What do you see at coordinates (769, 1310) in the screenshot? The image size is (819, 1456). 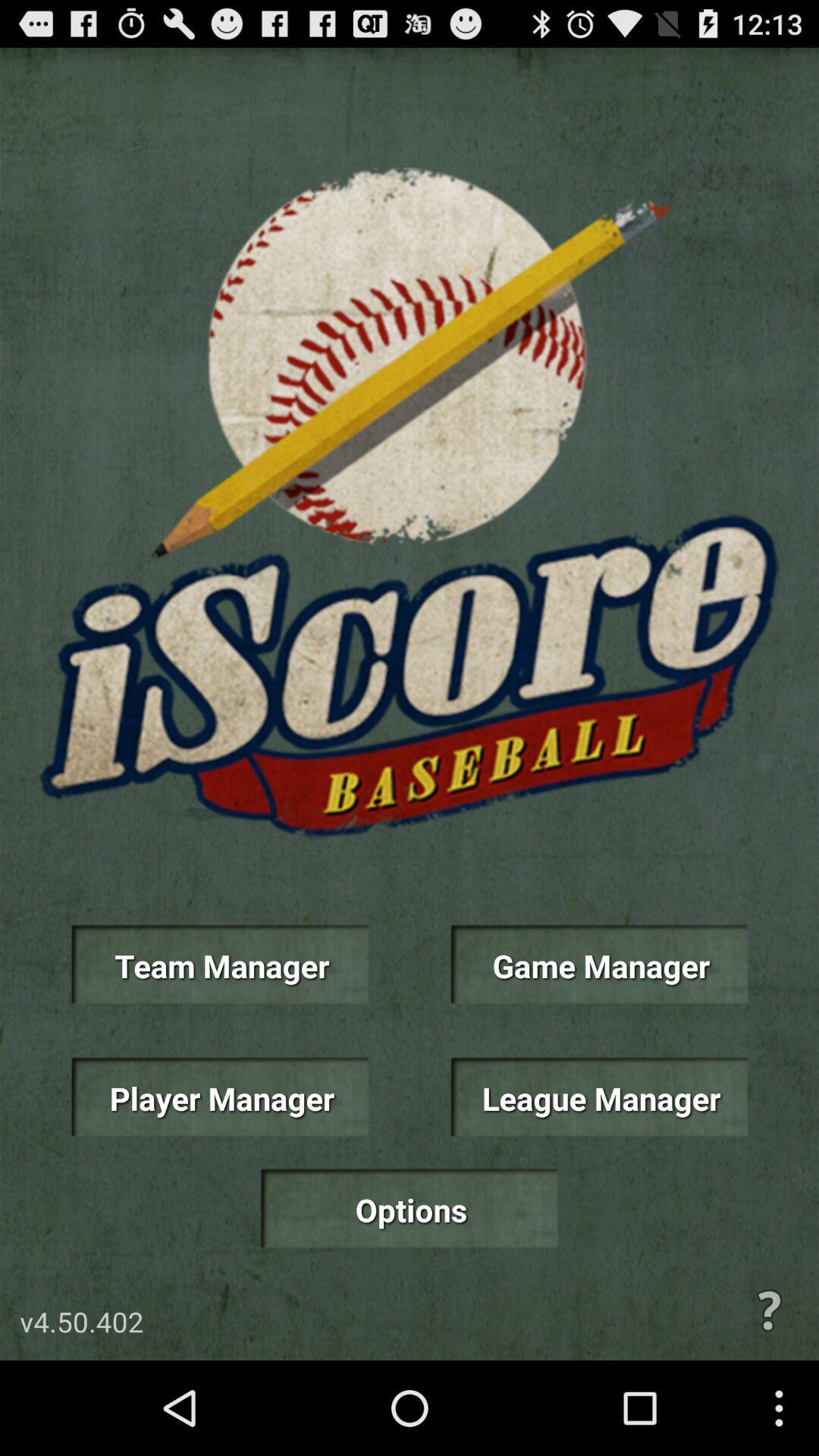 I see `help` at bounding box center [769, 1310].